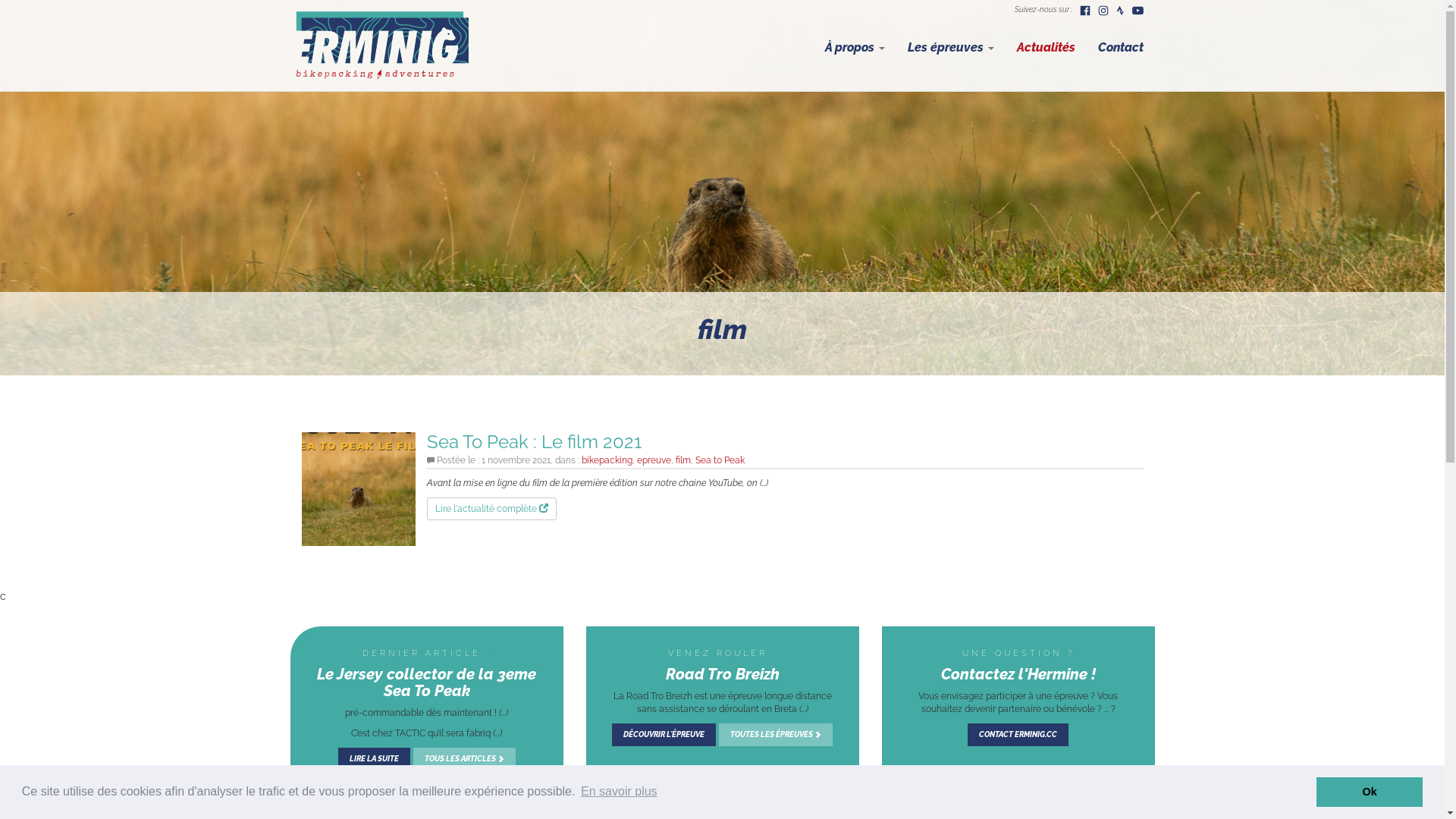 Image resolution: width=1456 pixels, height=819 pixels. Describe the element at coordinates (1316, 791) in the screenshot. I see `'Ok'` at that location.